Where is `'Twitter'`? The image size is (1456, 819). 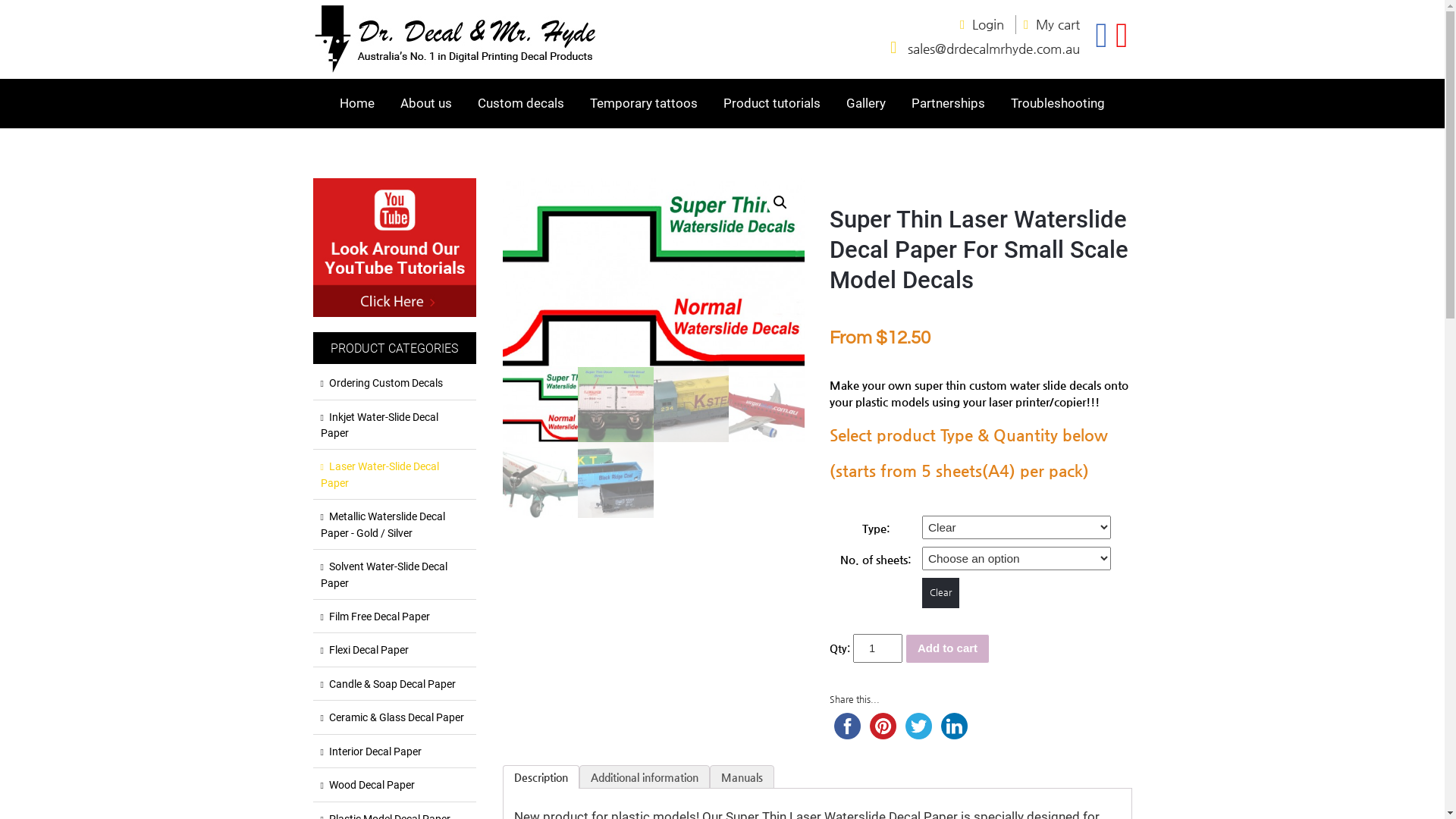 'Twitter' is located at coordinates (918, 725).